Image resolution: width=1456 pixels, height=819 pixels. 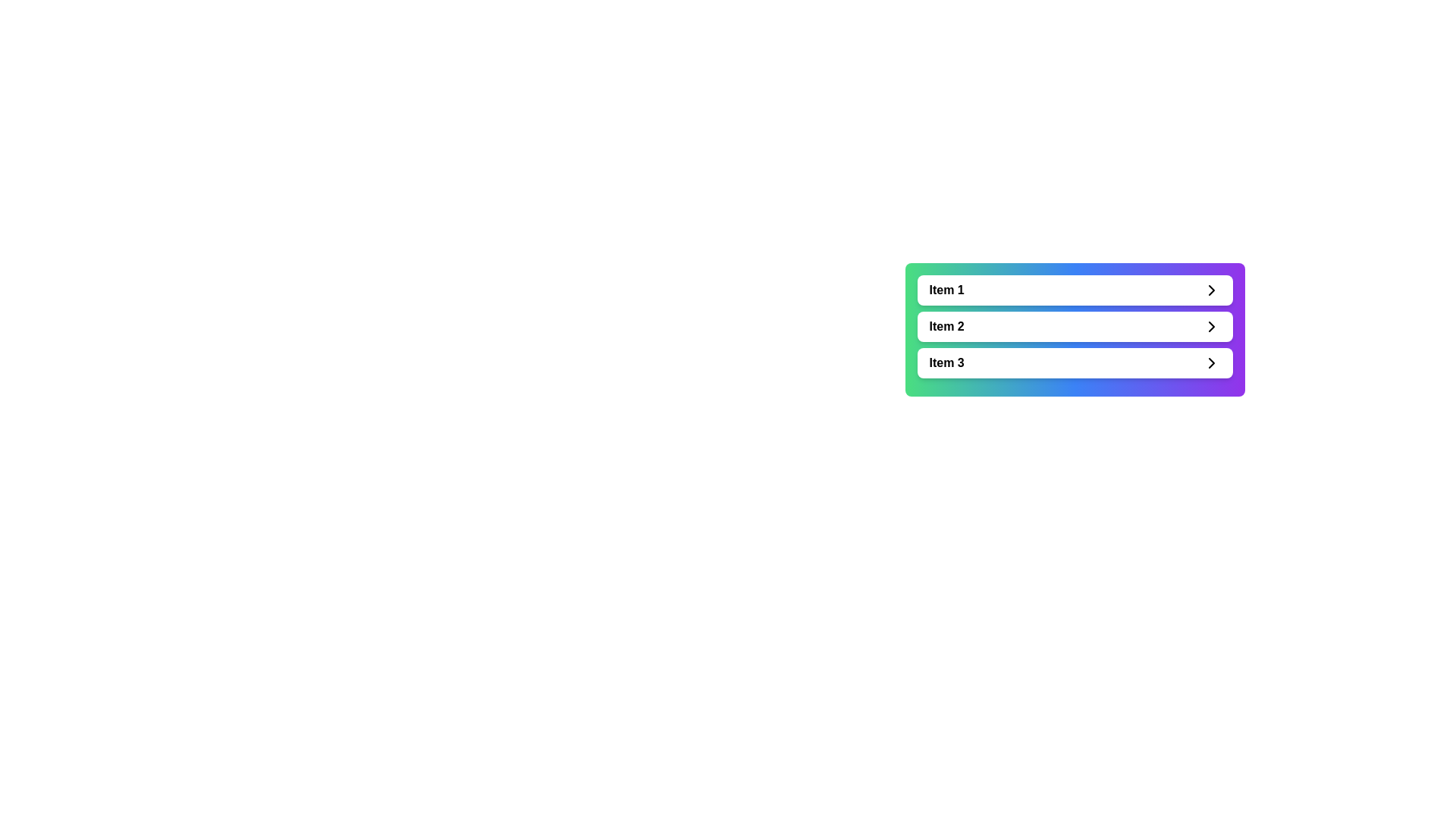 I want to click on the chevron icon located in the 'Item 2' section, adjacent to the item's text in the middle row of the list, so click(x=1210, y=326).